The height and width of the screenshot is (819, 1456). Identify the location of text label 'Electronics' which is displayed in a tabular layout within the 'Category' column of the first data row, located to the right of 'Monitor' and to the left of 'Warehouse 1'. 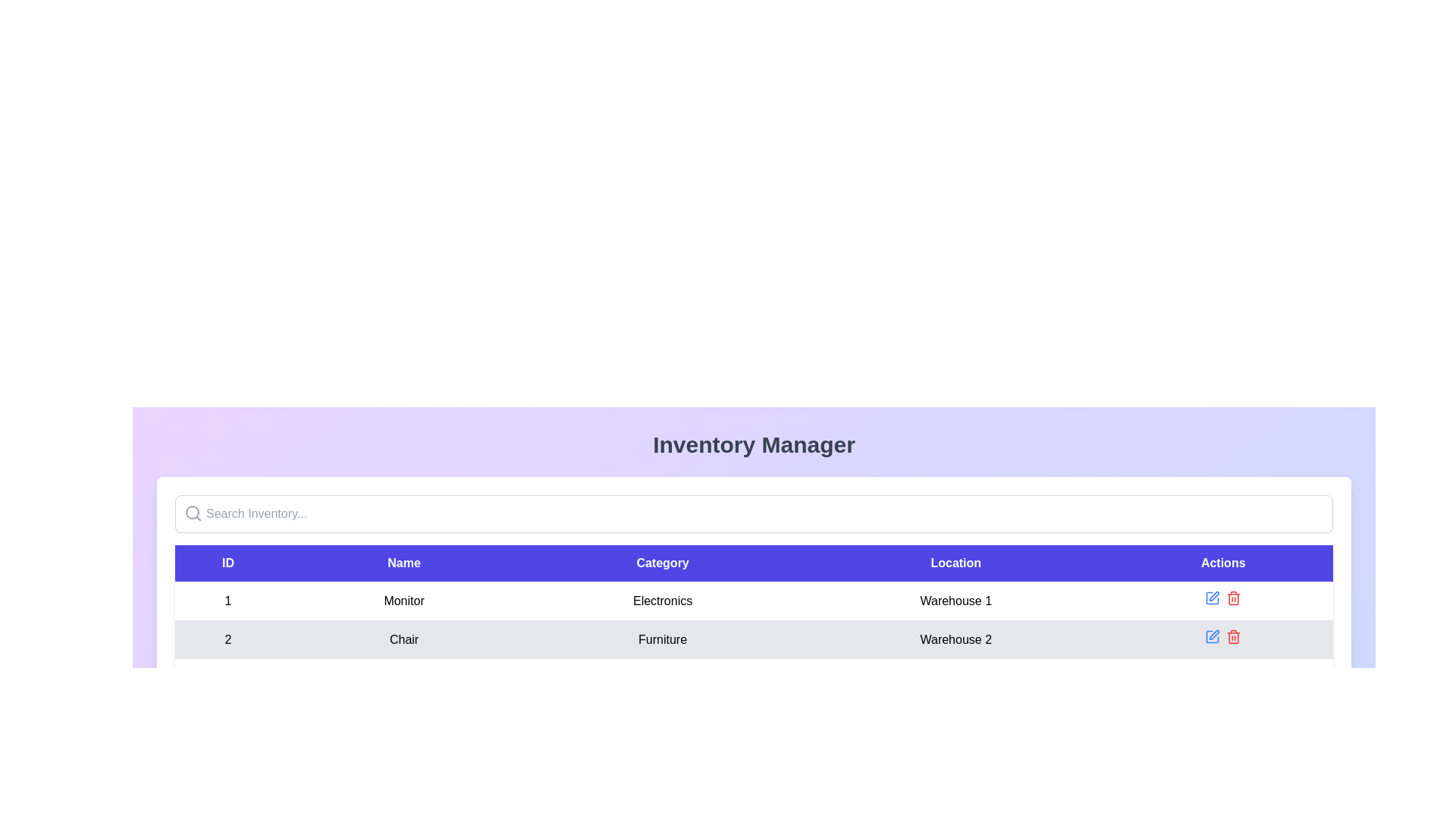
(663, 600).